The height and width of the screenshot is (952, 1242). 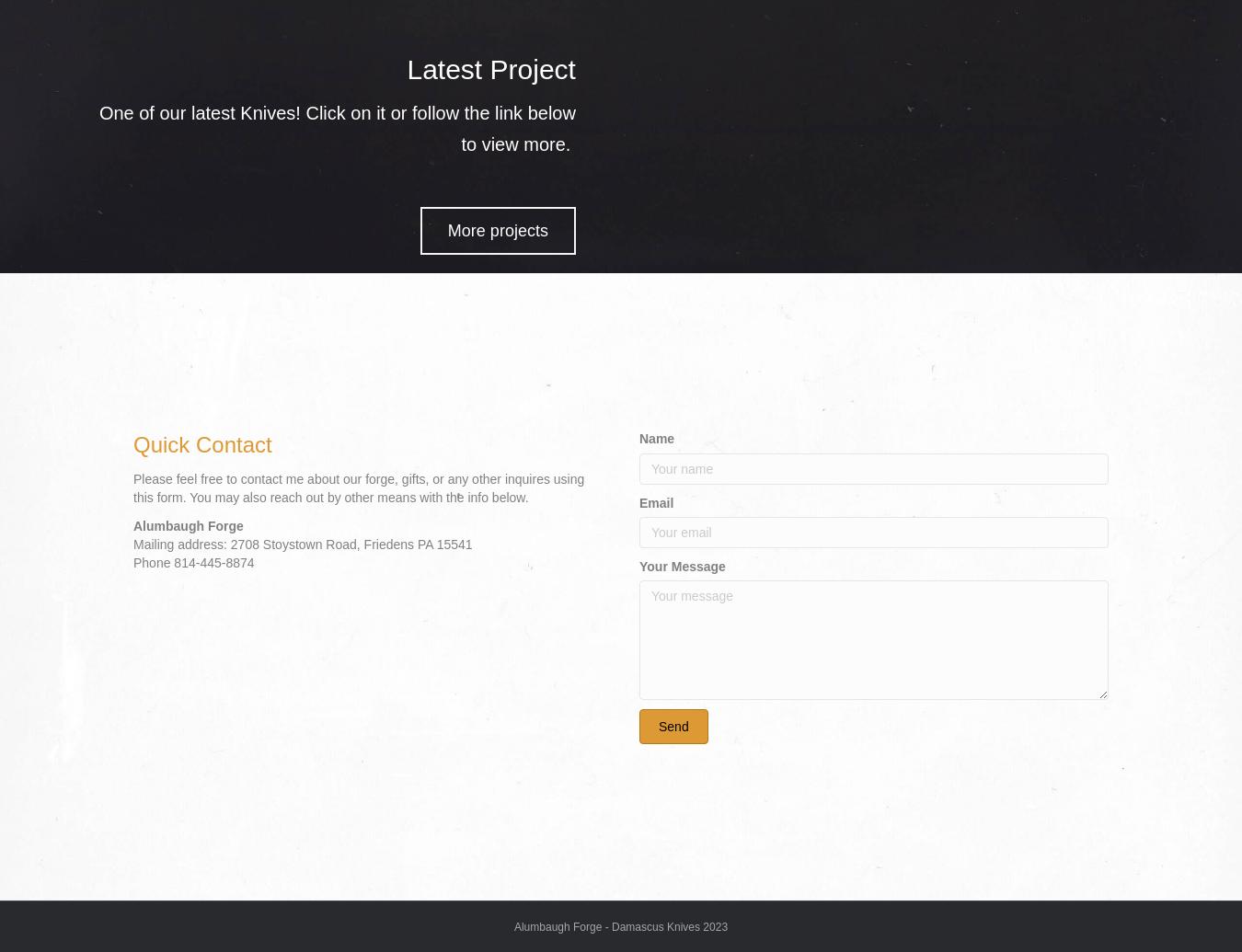 I want to click on 'One of our latest Knives! Click on it or follow the link below to view more.', so click(x=336, y=129).